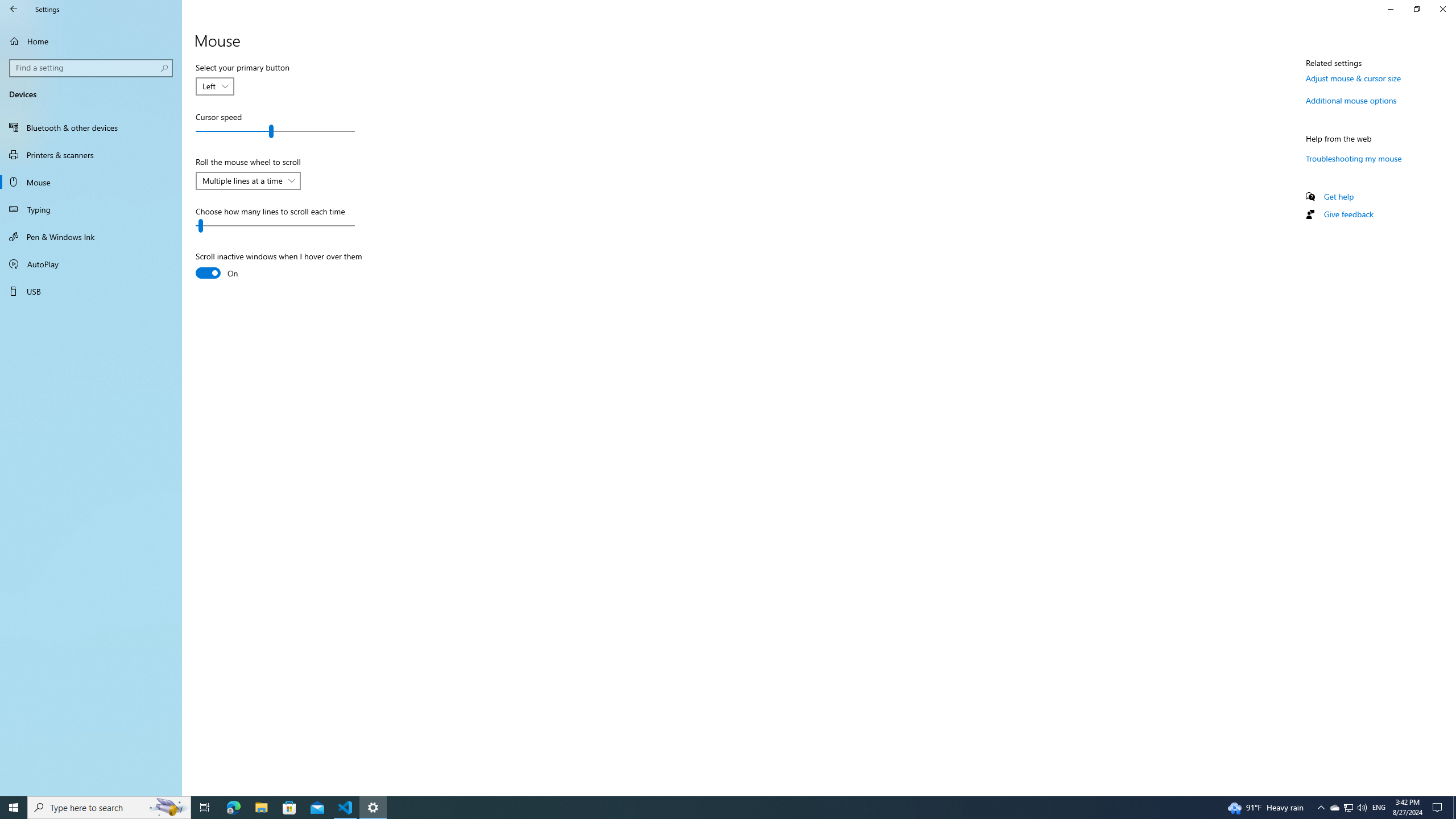  What do you see at coordinates (1347, 213) in the screenshot?
I see `'Give feedback'` at bounding box center [1347, 213].